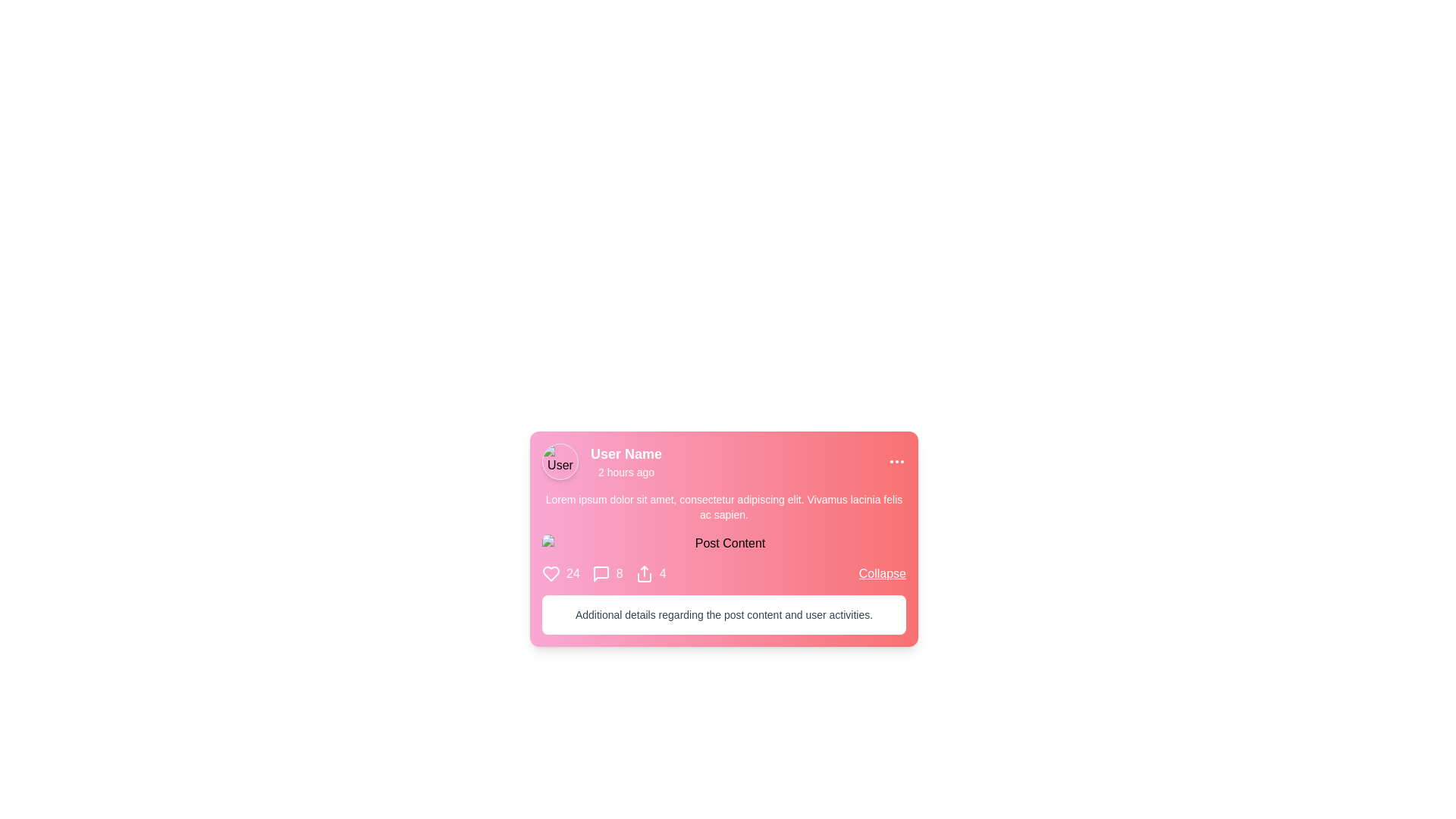 The image size is (1456, 819). What do you see at coordinates (550, 573) in the screenshot?
I see `the heart icon button located at the lower part of the user activity card to possibly see a tooltip` at bounding box center [550, 573].